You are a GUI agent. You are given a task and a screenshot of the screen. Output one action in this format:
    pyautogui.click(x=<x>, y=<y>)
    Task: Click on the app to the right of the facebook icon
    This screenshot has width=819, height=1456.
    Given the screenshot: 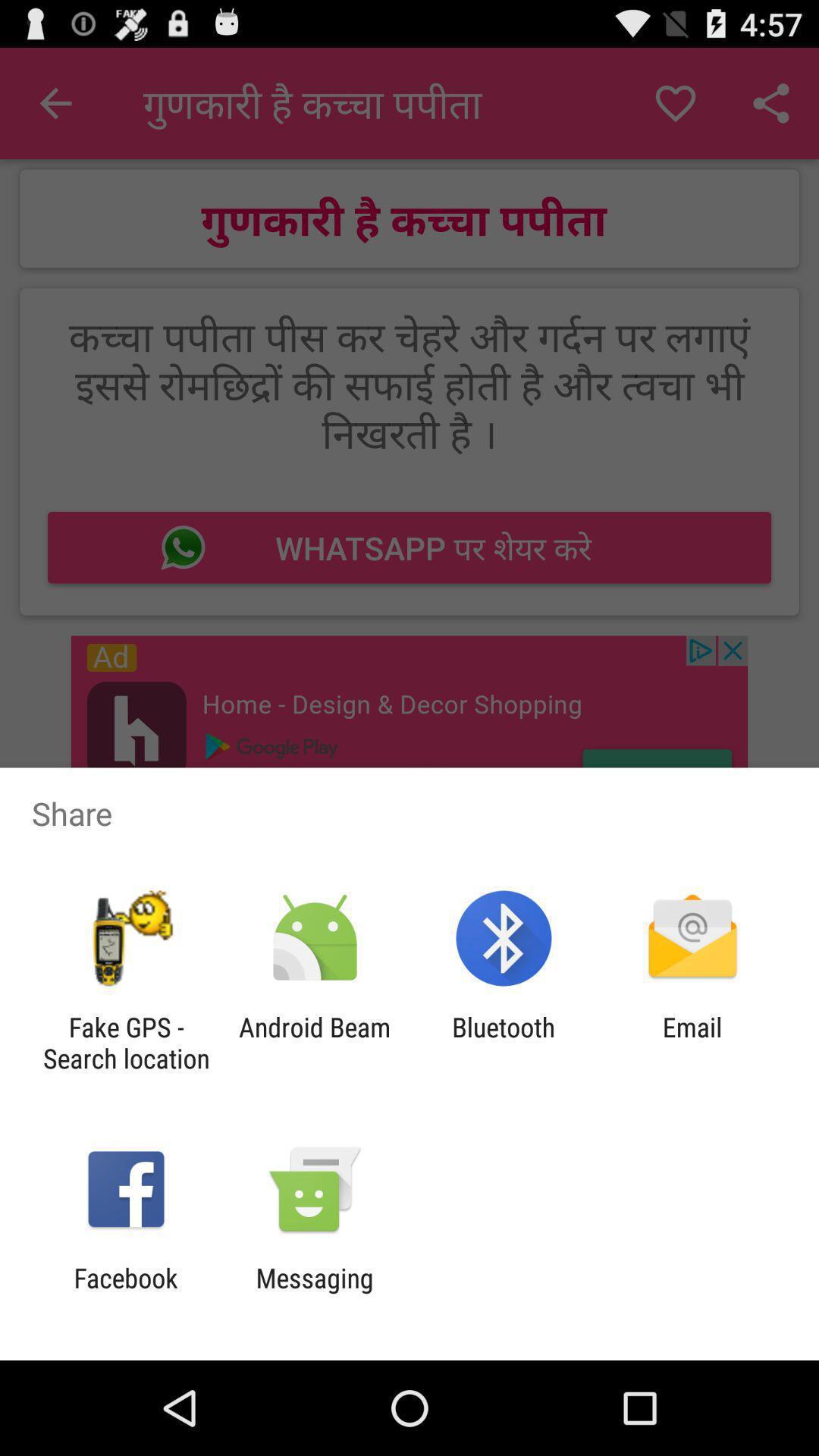 What is the action you would take?
    pyautogui.click(x=314, y=1293)
    